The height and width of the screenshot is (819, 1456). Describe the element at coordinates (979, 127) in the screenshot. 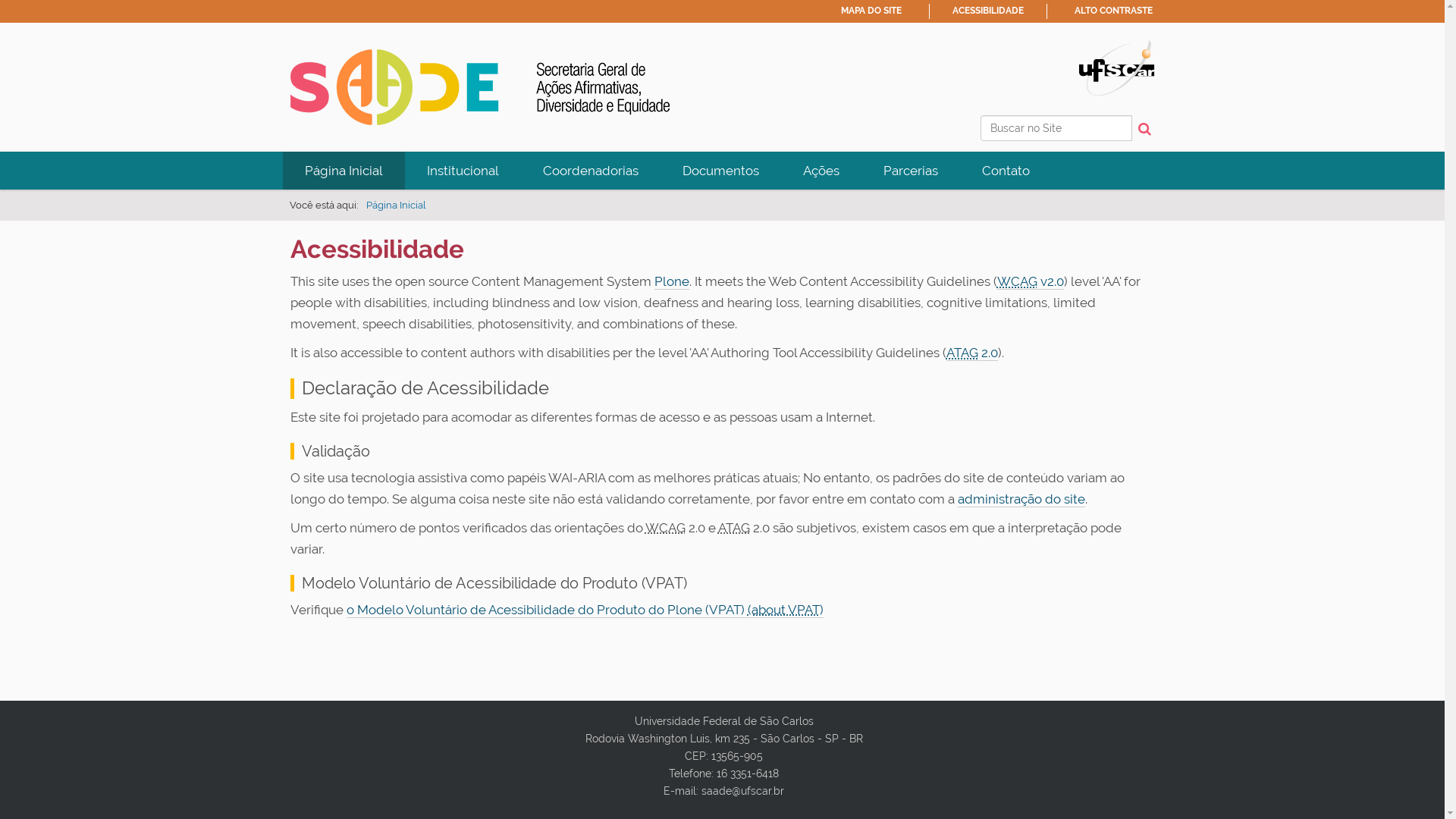

I see `'Buscar no Site'` at that location.